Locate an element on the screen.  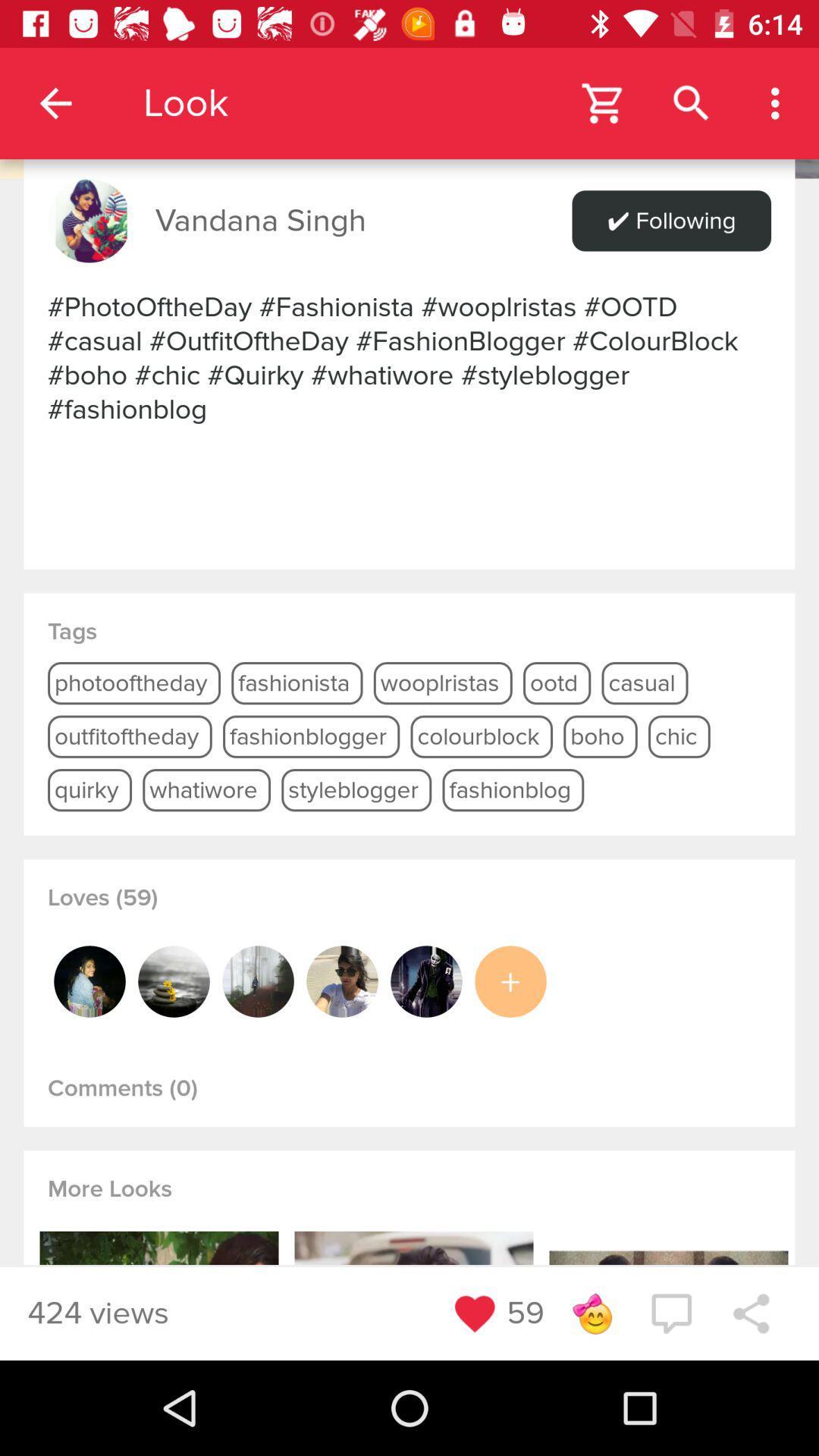
user image thumbnail is located at coordinates (342, 981).